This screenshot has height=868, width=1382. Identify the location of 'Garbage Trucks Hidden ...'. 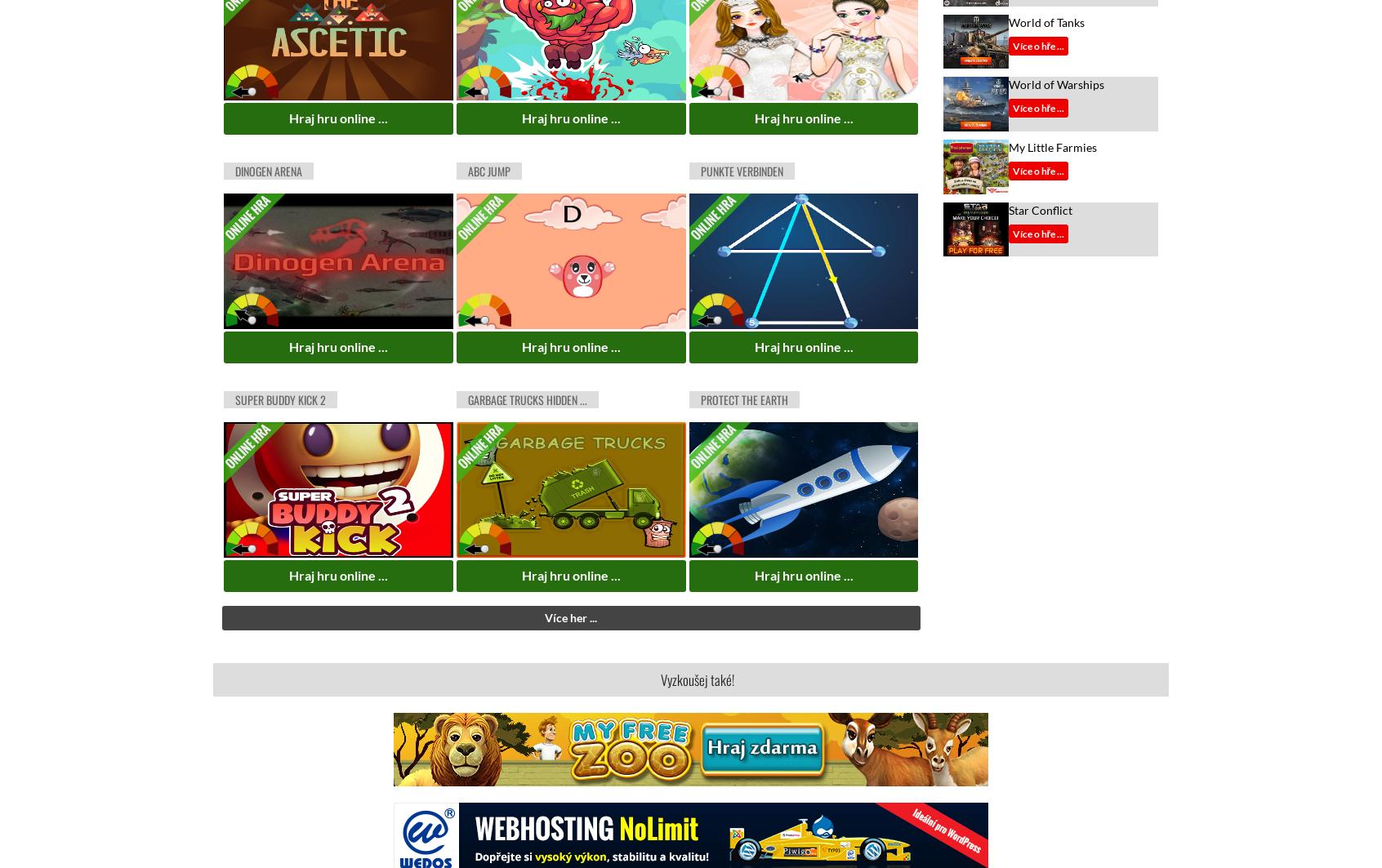
(526, 399).